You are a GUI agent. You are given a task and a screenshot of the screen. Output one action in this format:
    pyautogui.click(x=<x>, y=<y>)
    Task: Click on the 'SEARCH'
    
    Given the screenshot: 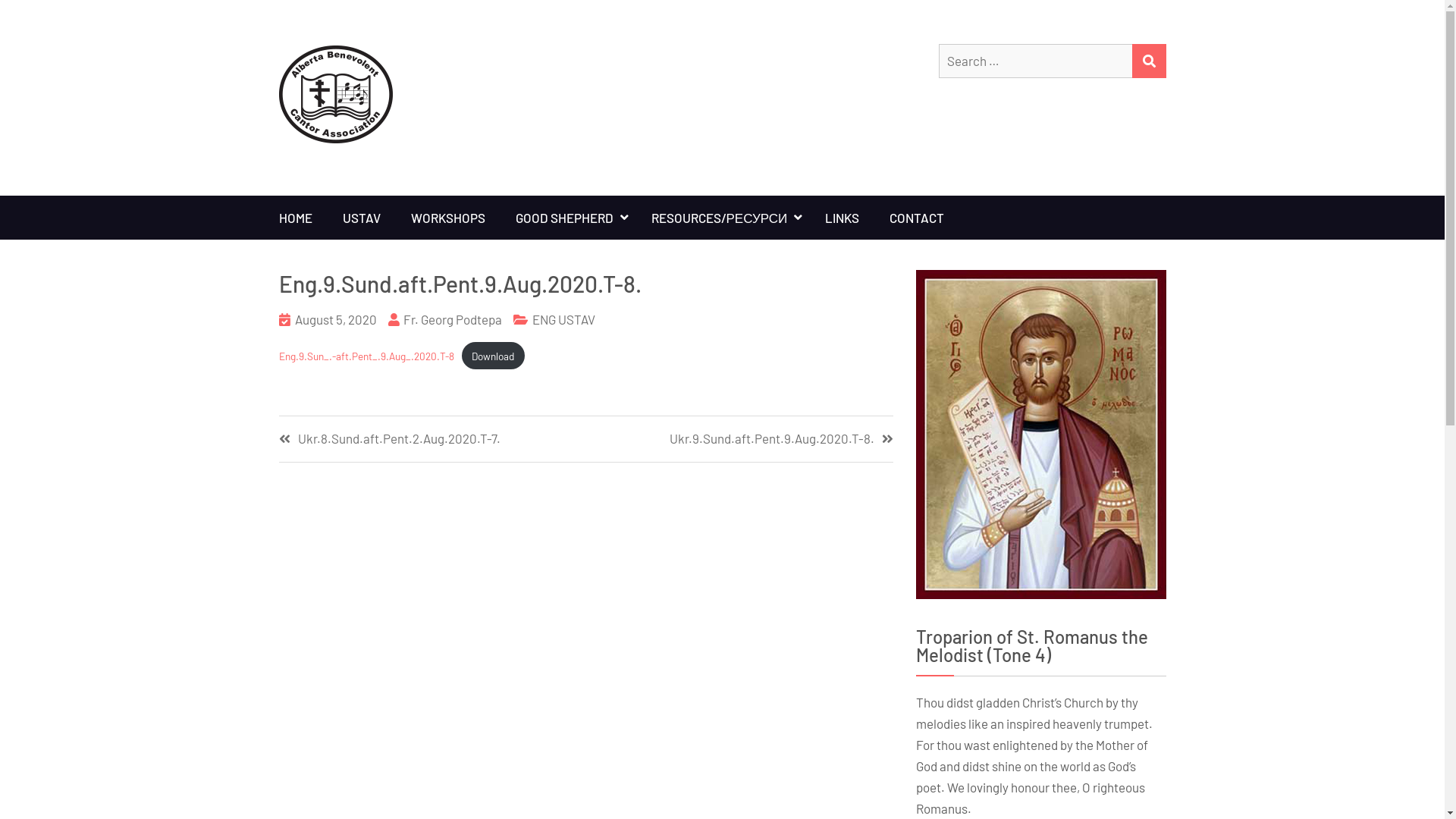 What is the action you would take?
    pyautogui.click(x=1148, y=60)
    